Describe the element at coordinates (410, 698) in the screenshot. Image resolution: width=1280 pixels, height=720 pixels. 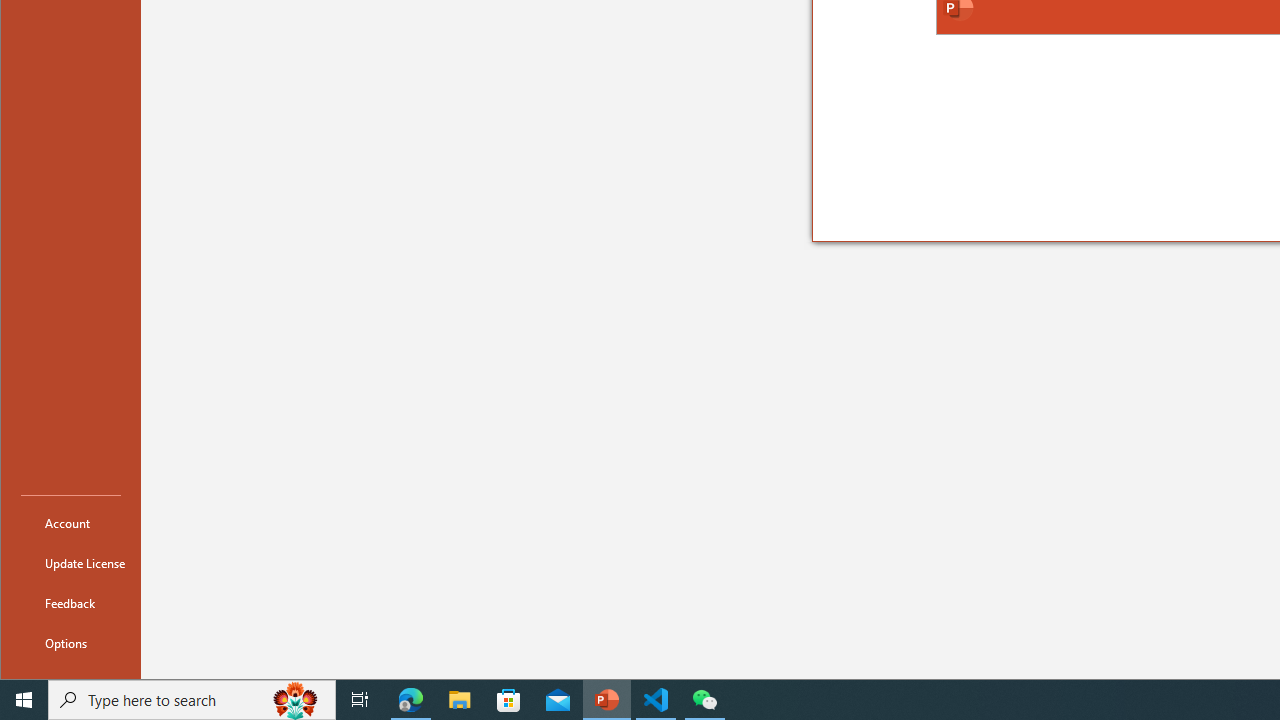
I see `'Microsoft Edge - 1 running window'` at that location.